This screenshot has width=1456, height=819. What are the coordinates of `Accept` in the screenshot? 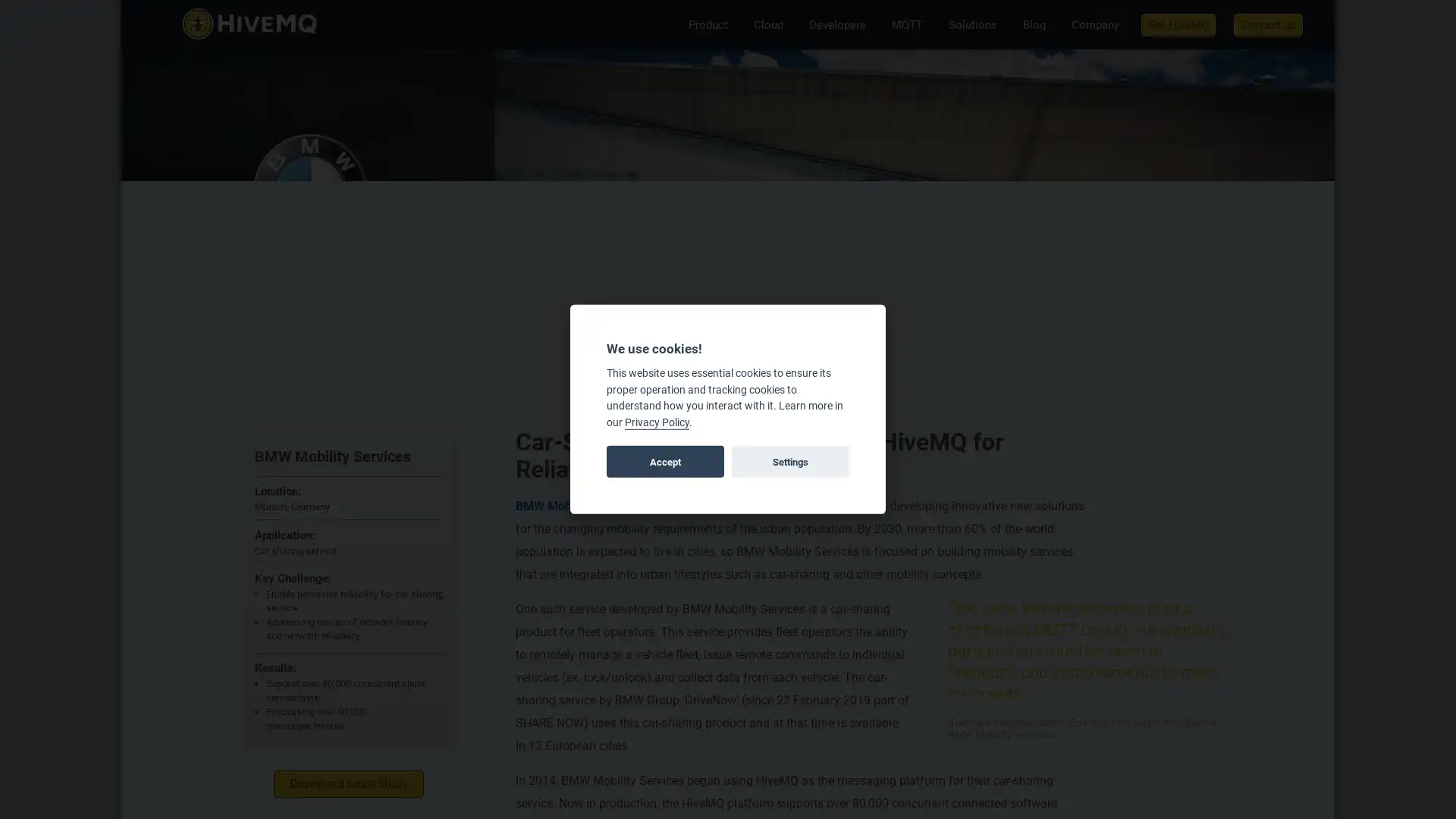 It's located at (665, 461).